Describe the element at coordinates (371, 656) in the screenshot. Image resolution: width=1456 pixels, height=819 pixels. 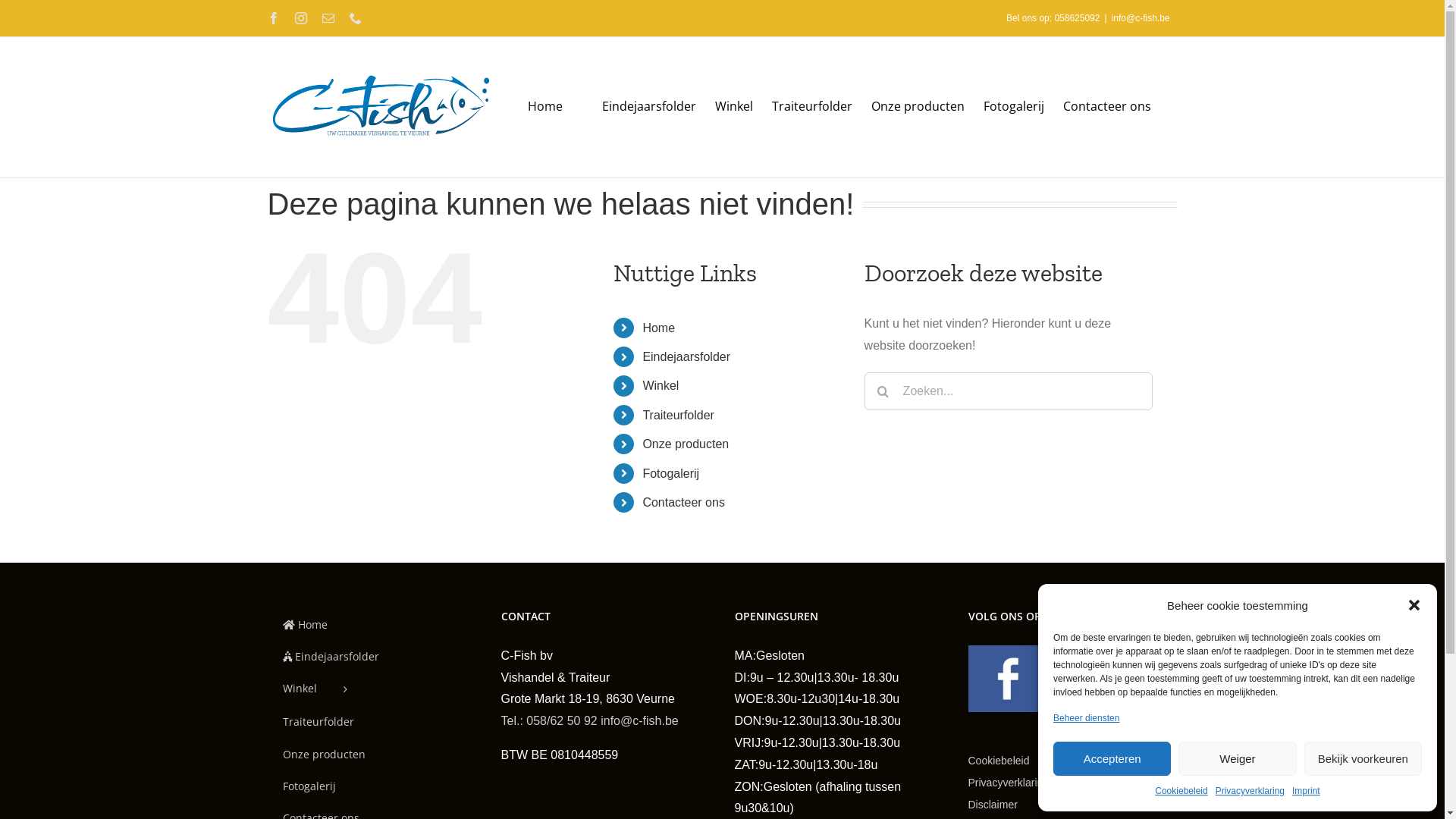
I see `'Eindejaarsfolder'` at that location.